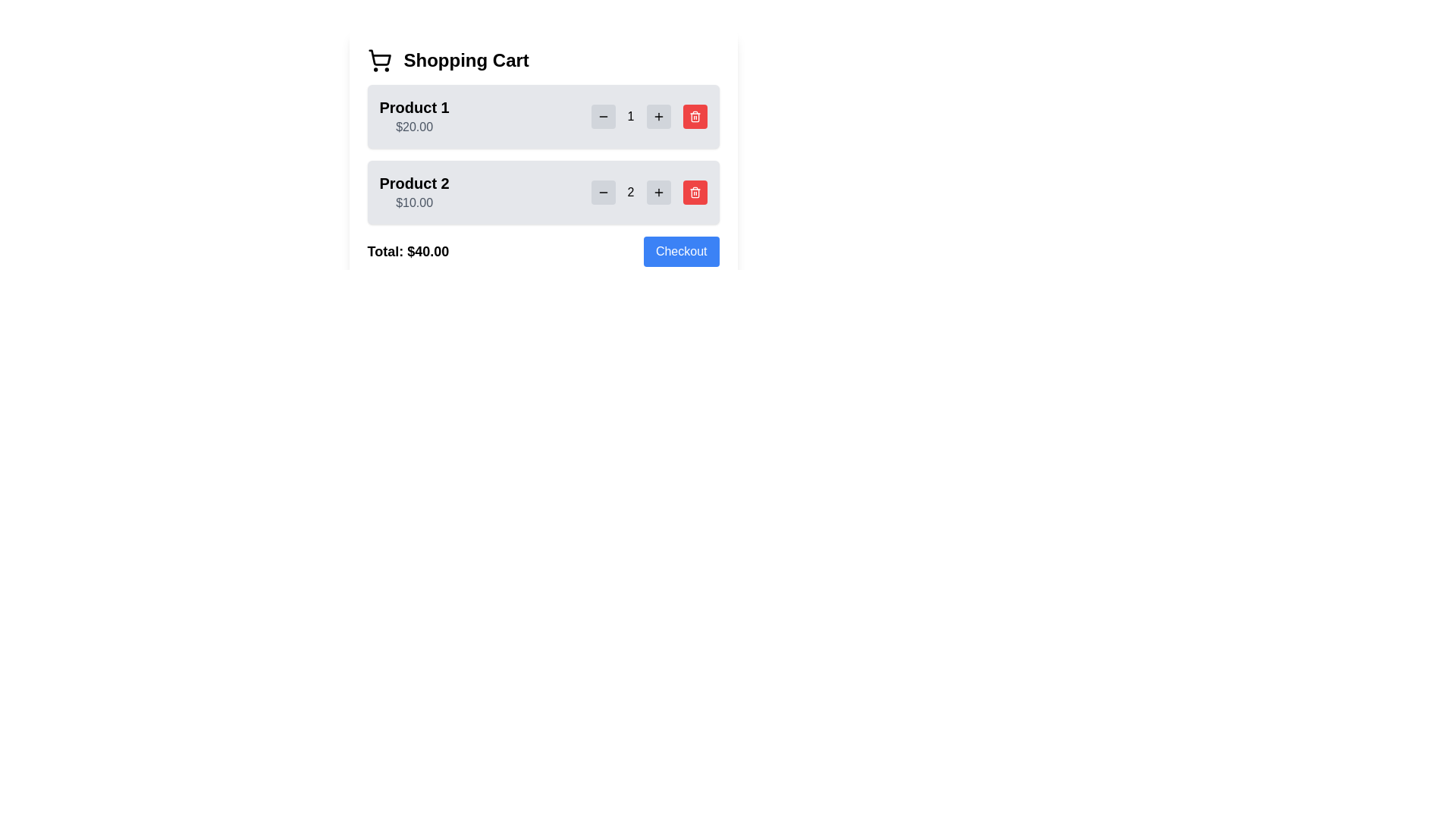  I want to click on the delete button in the shopping cart UI, which is positioned to the far right of the product entry row, adjacent to the quantity selector, so click(694, 116).